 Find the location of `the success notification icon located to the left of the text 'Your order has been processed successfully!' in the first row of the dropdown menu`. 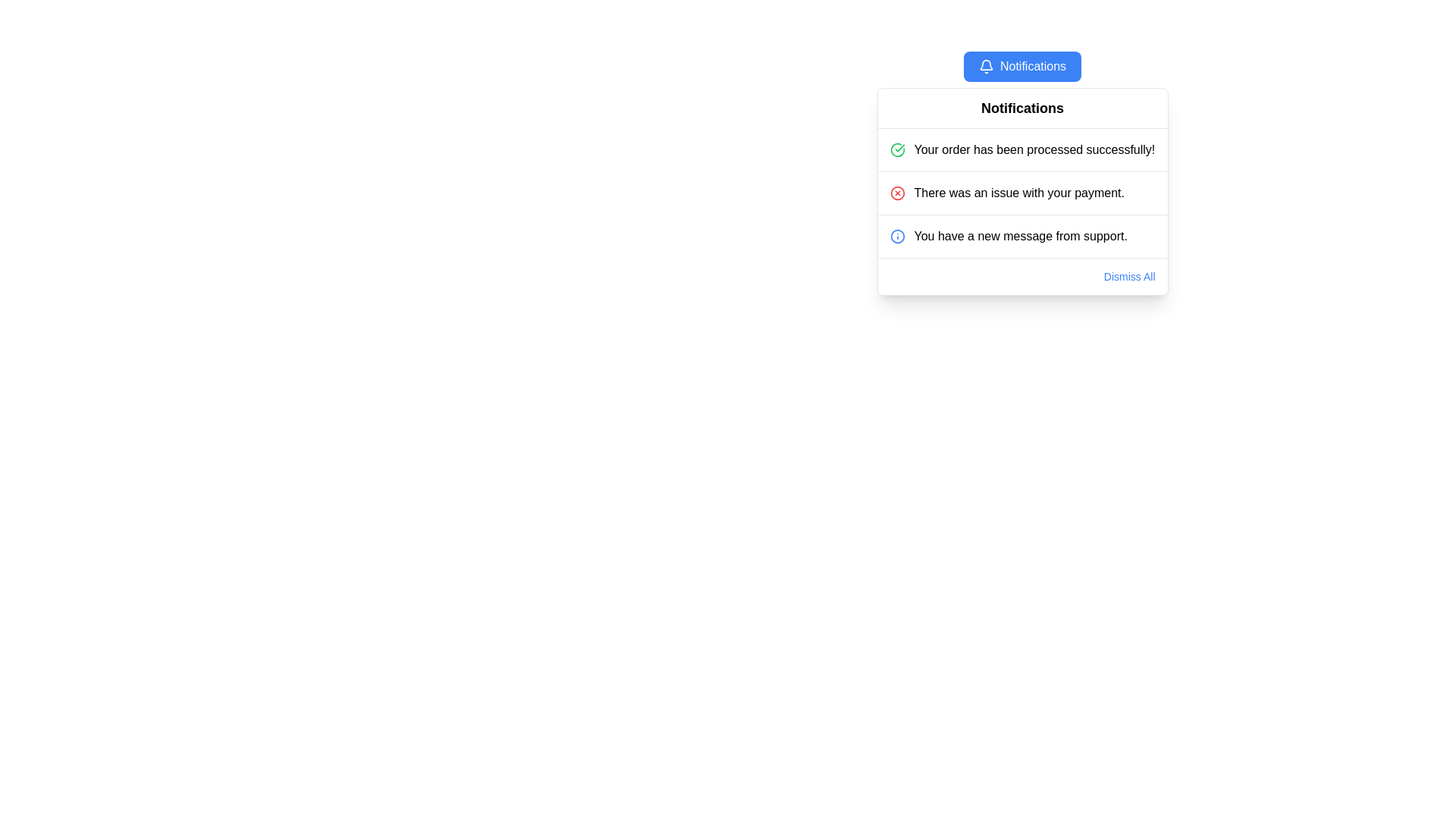

the success notification icon located to the left of the text 'Your order has been processed successfully!' in the first row of the dropdown menu is located at coordinates (897, 149).